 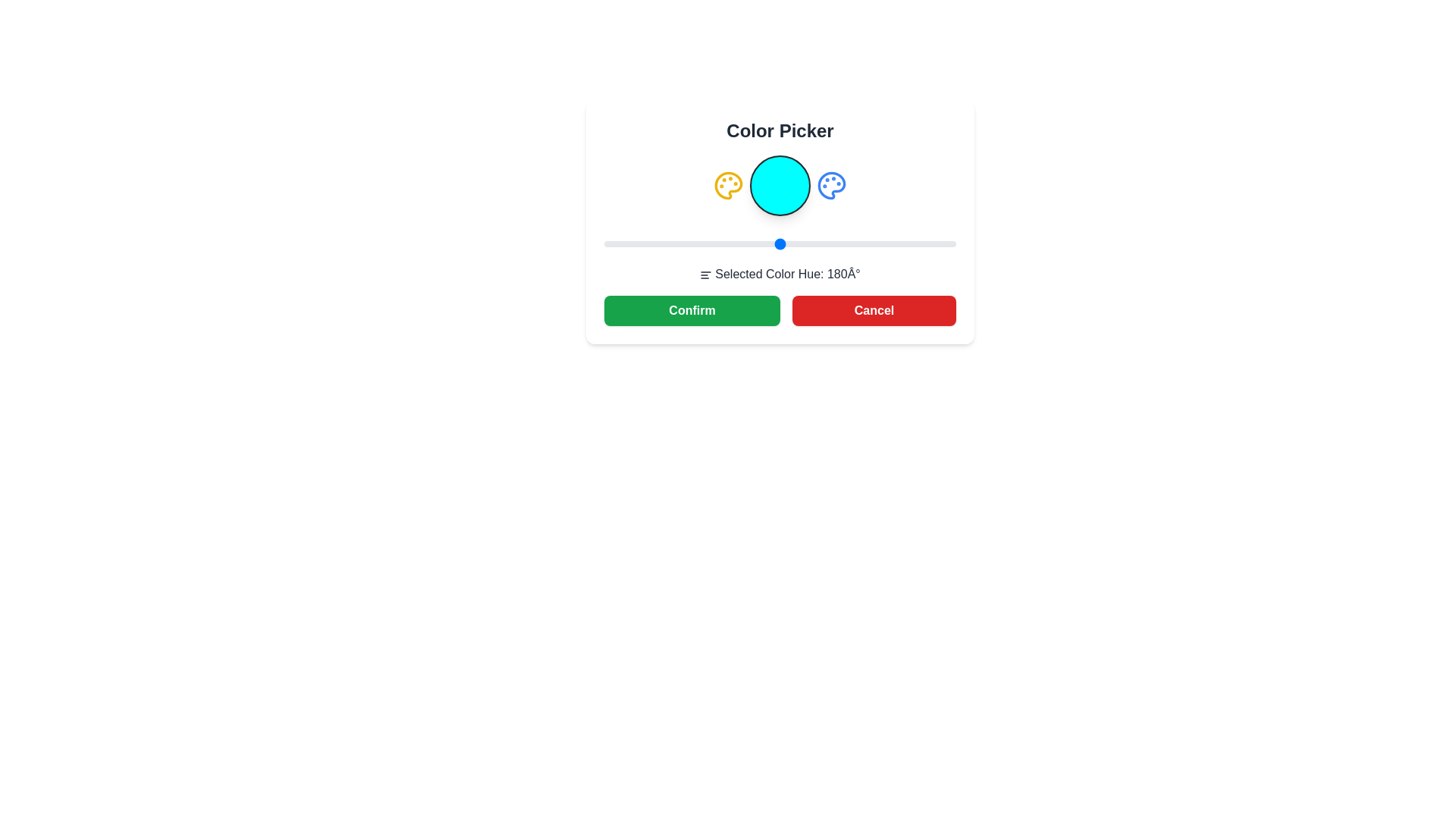 I want to click on the Cancel button to cancel the color selection, so click(x=874, y=309).